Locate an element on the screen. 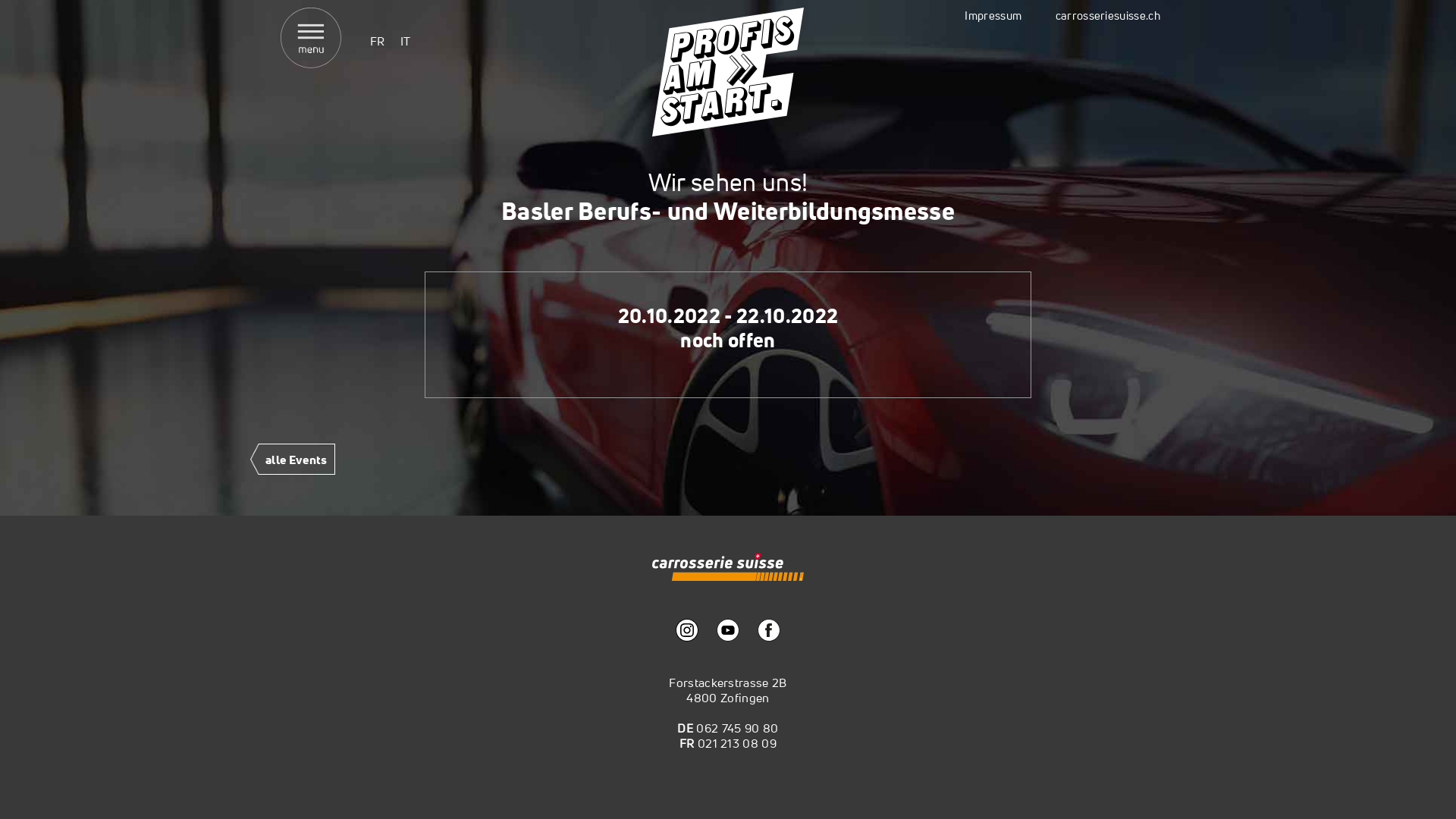  'Impressum' is located at coordinates (993, 15).